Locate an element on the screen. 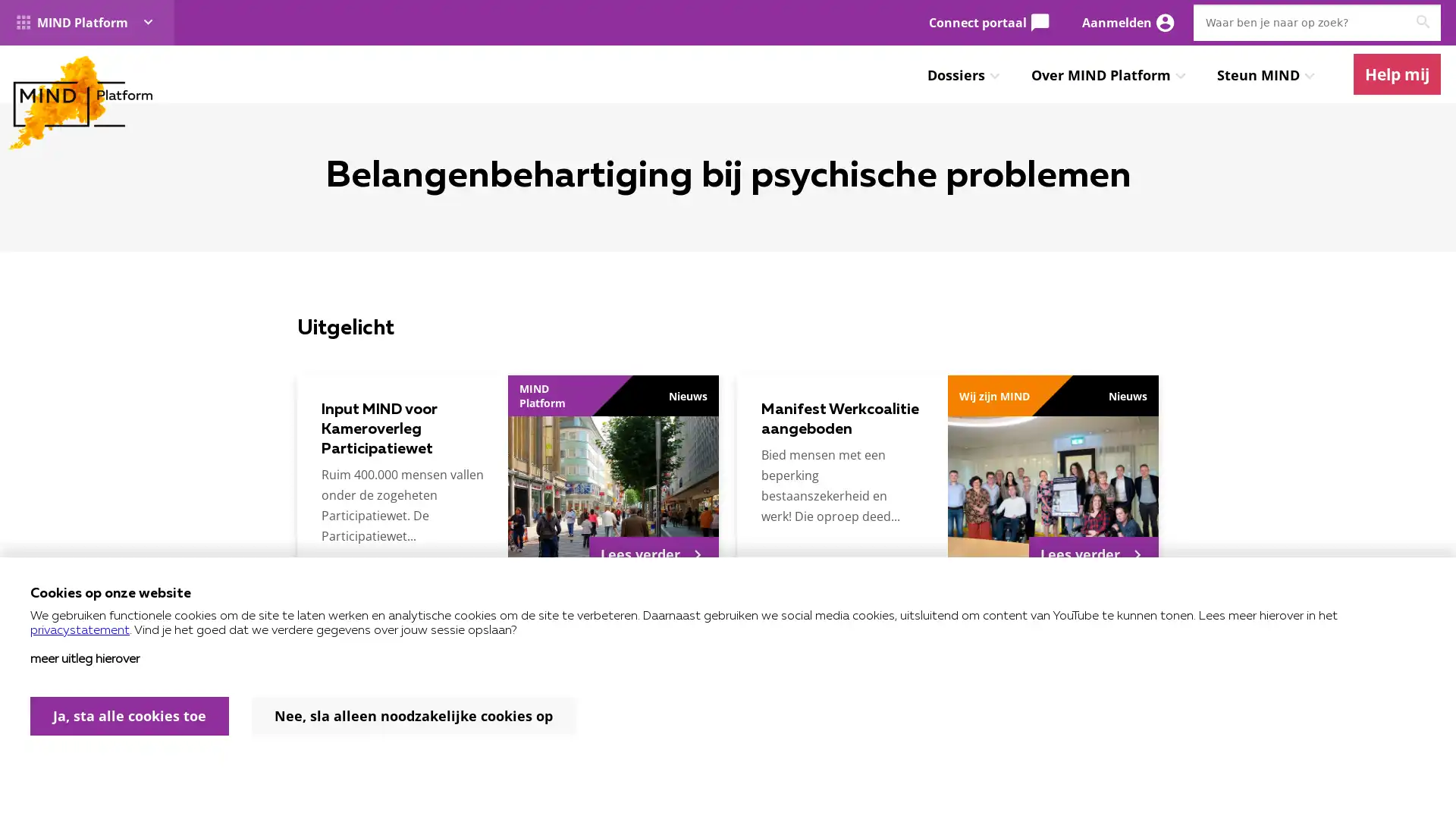 Image resolution: width=1456 pixels, height=819 pixels. Nee, sla alleen noodzakelijke cookies op is located at coordinates (413, 716).